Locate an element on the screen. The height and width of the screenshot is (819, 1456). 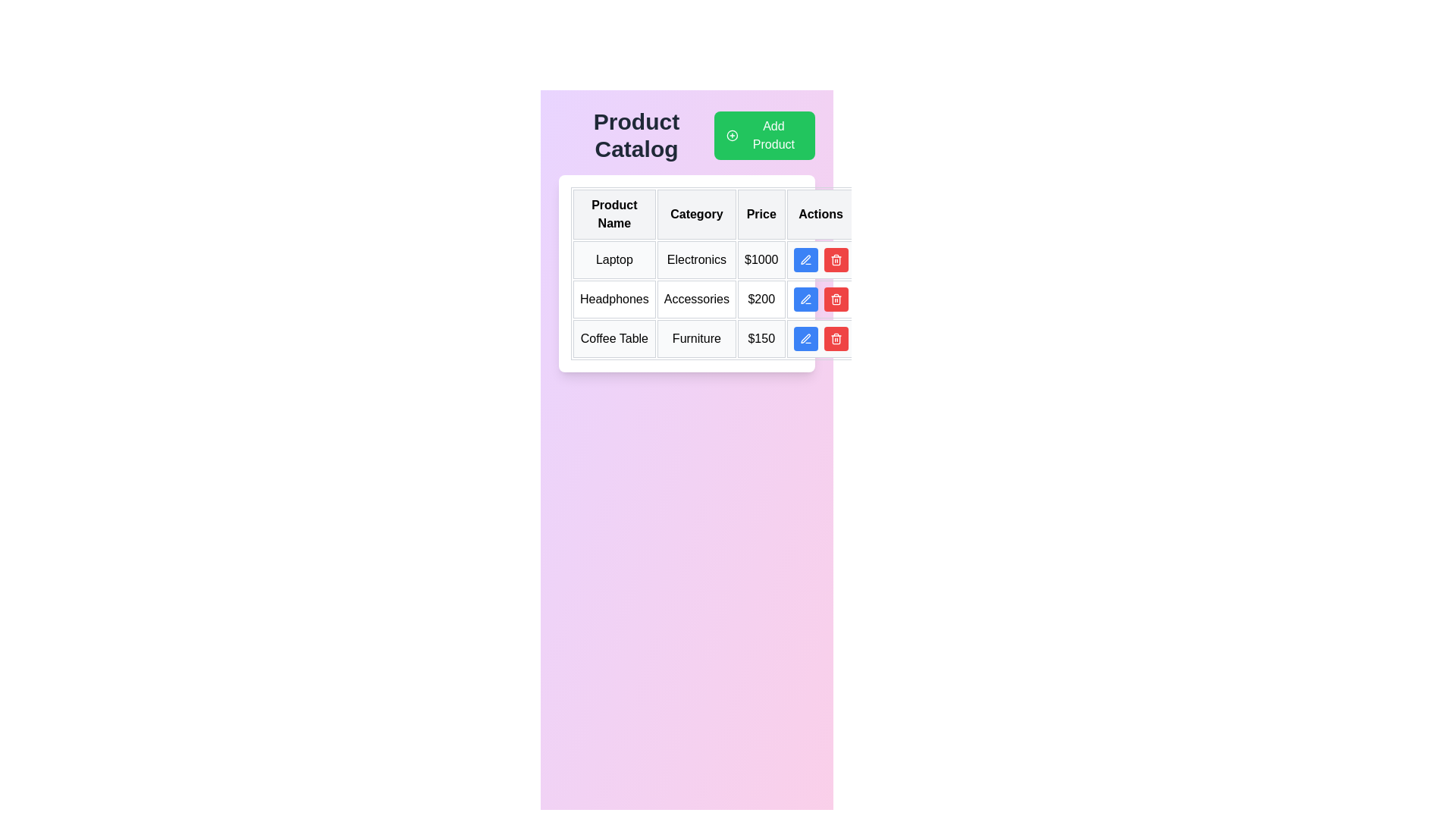
the last column header Text Label in the data table, which is positioned to the right of the 'Price' column is located at coordinates (820, 214).